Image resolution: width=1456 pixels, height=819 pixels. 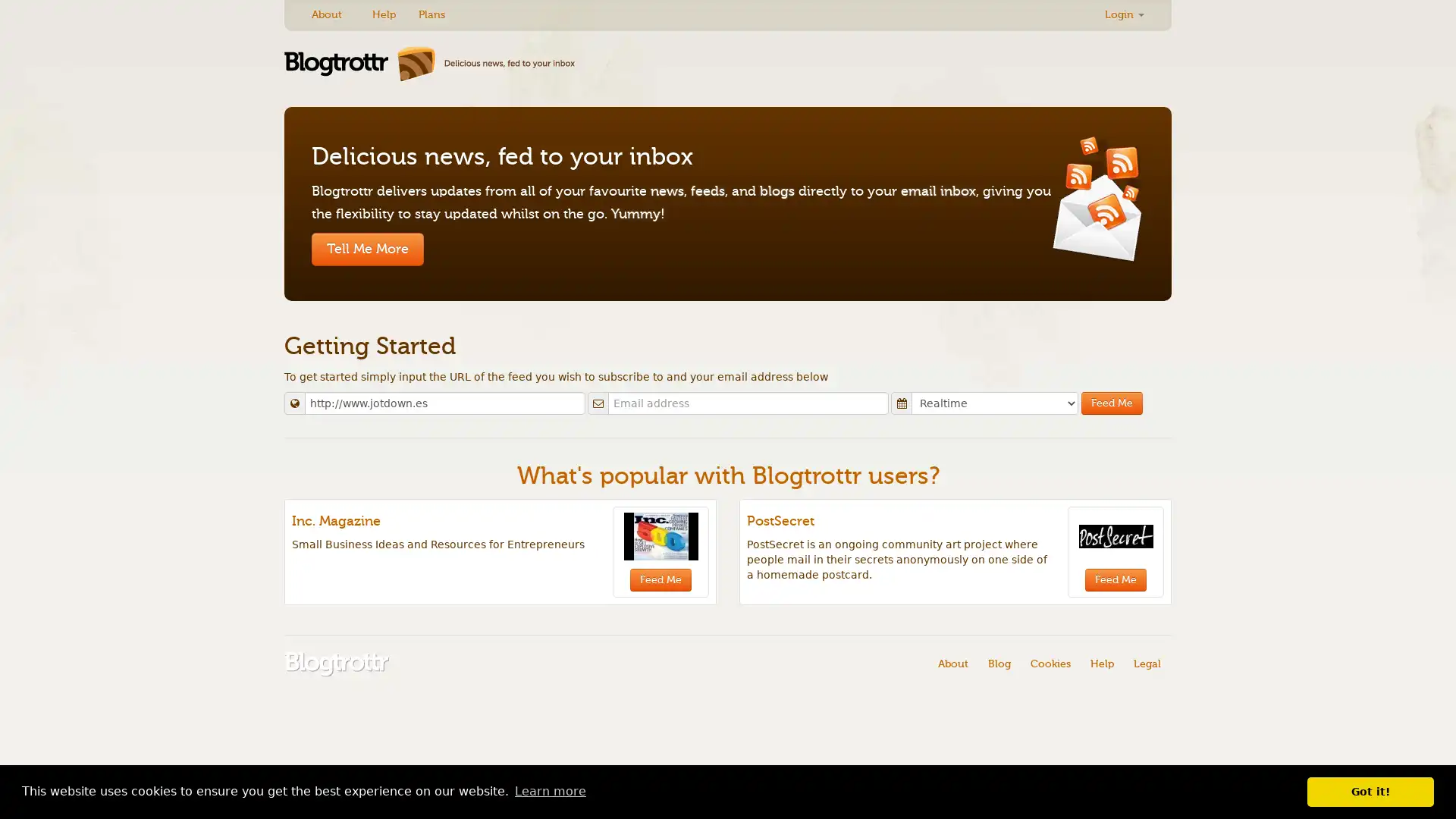 What do you see at coordinates (549, 791) in the screenshot?
I see `learn more about cookies` at bounding box center [549, 791].